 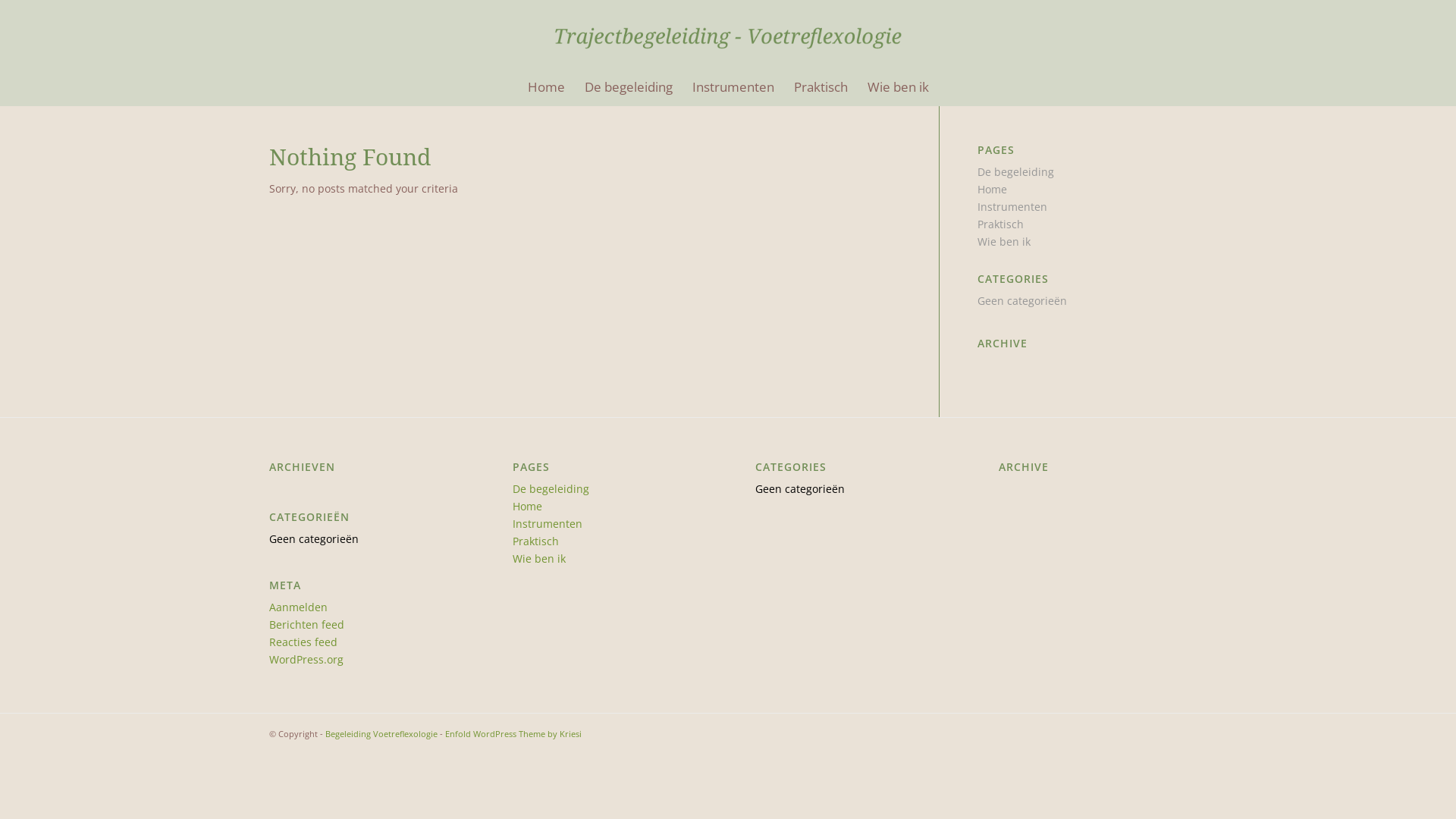 What do you see at coordinates (444, 733) in the screenshot?
I see `'Enfold WordPress Theme by Kriesi'` at bounding box center [444, 733].